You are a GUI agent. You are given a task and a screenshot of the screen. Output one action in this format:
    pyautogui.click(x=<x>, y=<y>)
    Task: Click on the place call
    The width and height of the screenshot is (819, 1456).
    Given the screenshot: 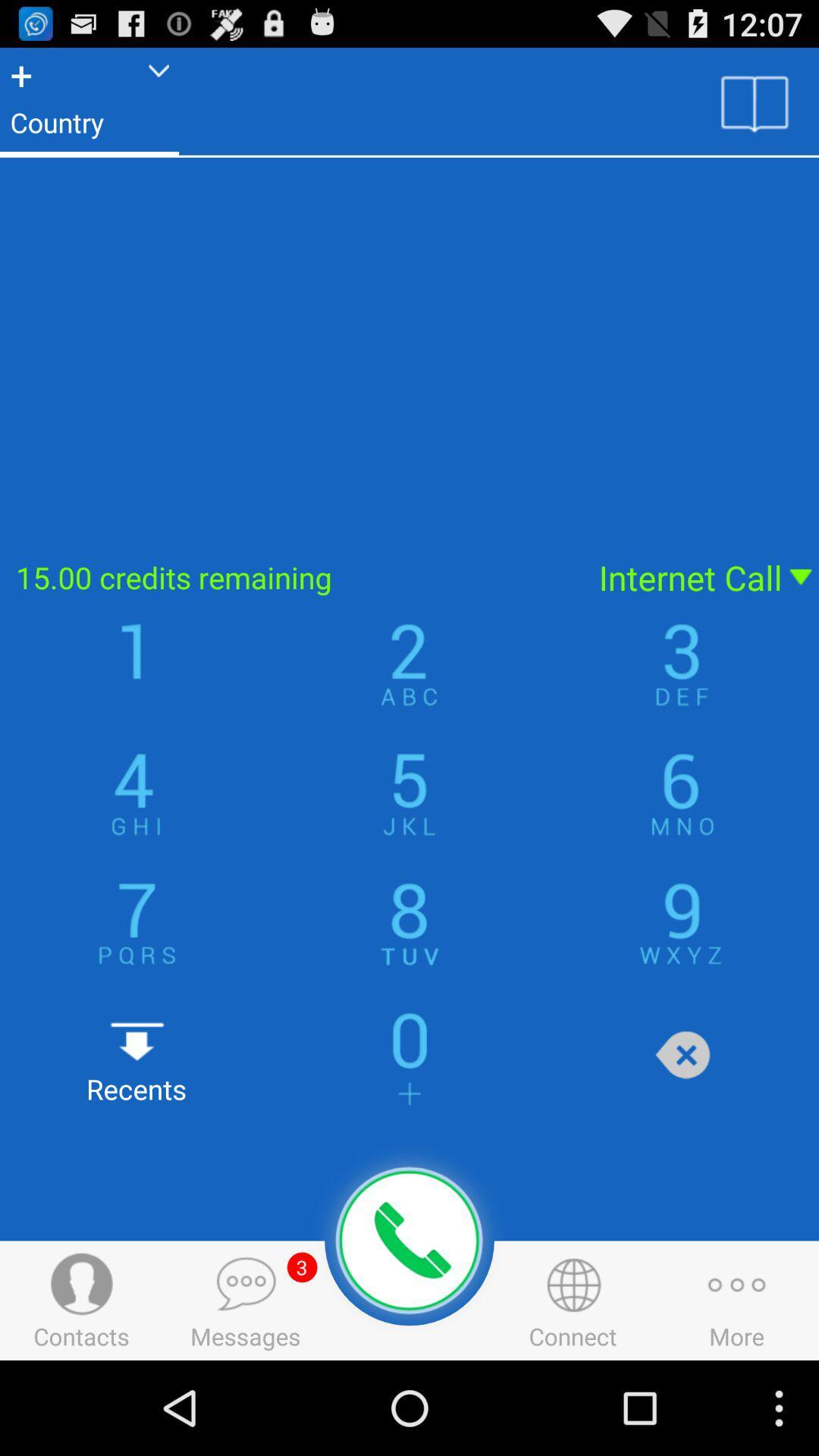 What is the action you would take?
    pyautogui.click(x=409, y=1241)
    